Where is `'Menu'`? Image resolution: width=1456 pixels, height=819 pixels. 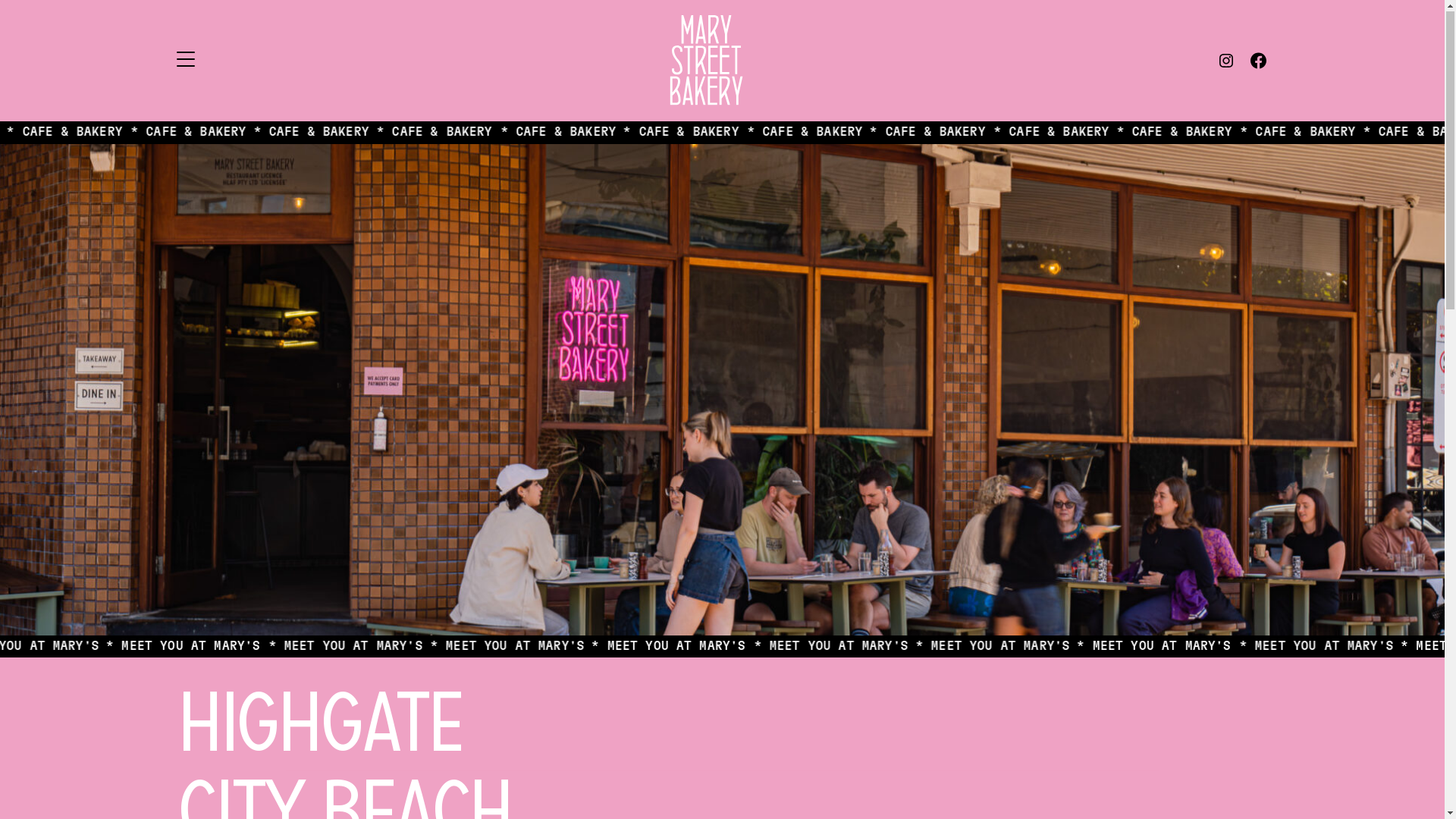
'Menu' is located at coordinates (184, 60).